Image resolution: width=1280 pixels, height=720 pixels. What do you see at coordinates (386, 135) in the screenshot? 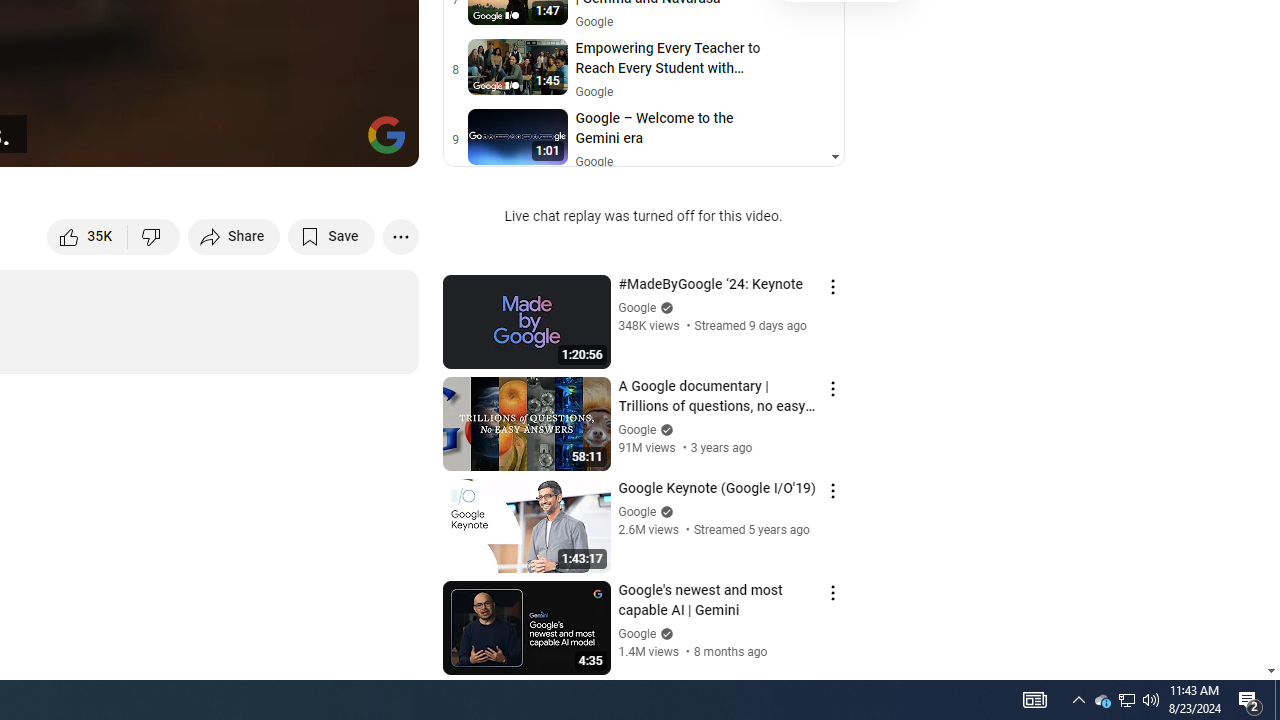
I see `'Channel watermark'` at bounding box center [386, 135].